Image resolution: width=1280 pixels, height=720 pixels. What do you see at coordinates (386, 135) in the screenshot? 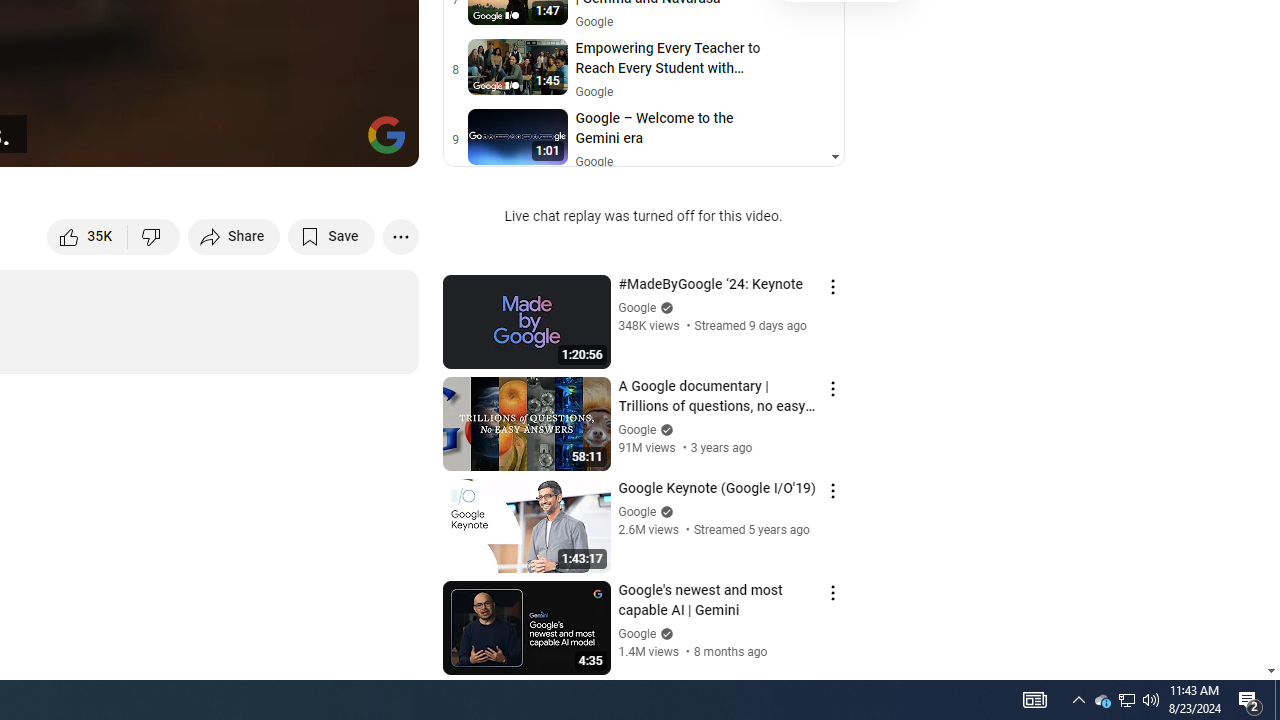
I see `'Channel watermark'` at bounding box center [386, 135].